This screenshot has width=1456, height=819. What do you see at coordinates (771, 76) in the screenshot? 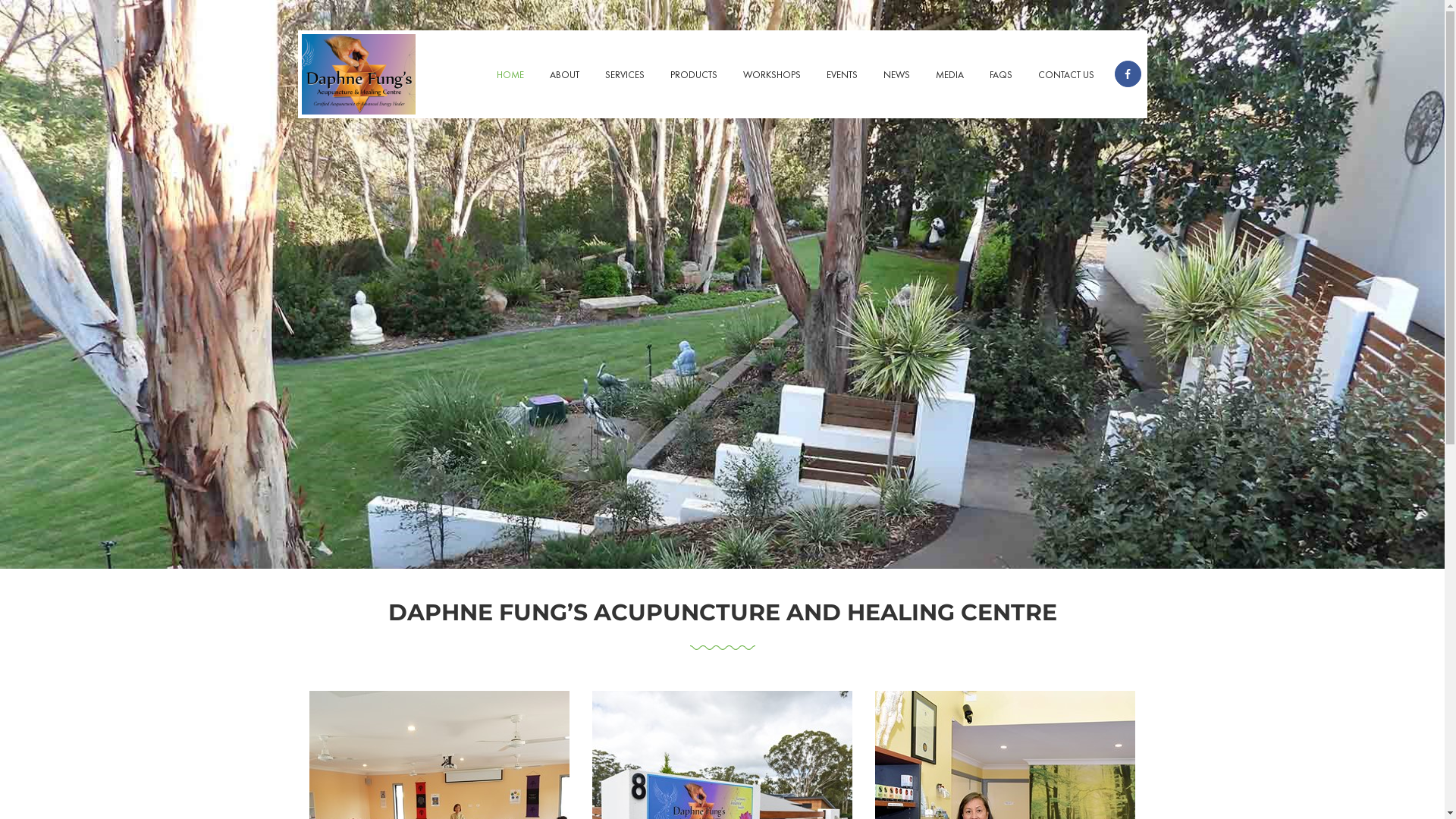
I see `'WORKSHOPS'` at bounding box center [771, 76].